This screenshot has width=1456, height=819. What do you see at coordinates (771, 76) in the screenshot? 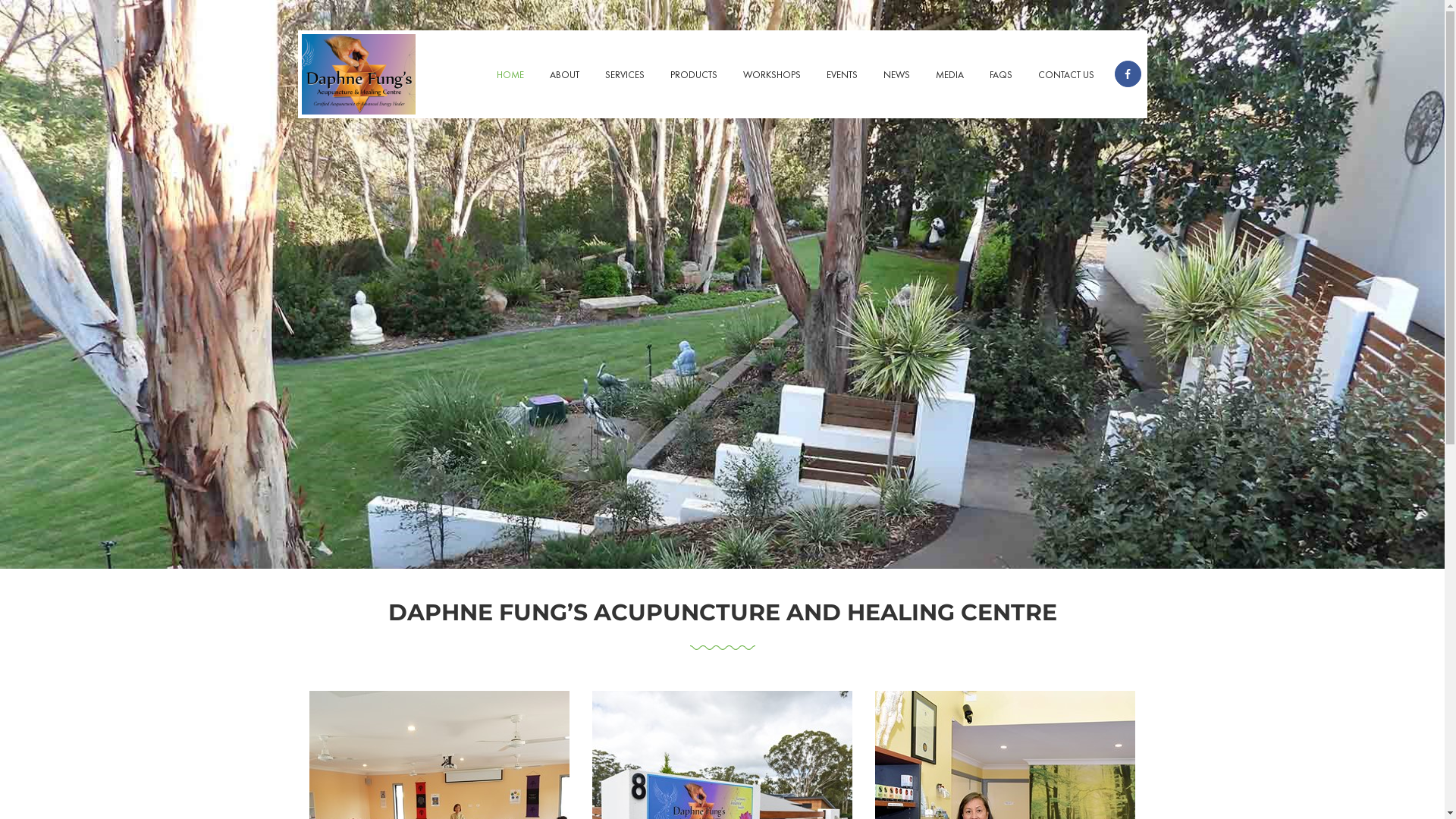
I see `'WORKSHOPS'` at bounding box center [771, 76].